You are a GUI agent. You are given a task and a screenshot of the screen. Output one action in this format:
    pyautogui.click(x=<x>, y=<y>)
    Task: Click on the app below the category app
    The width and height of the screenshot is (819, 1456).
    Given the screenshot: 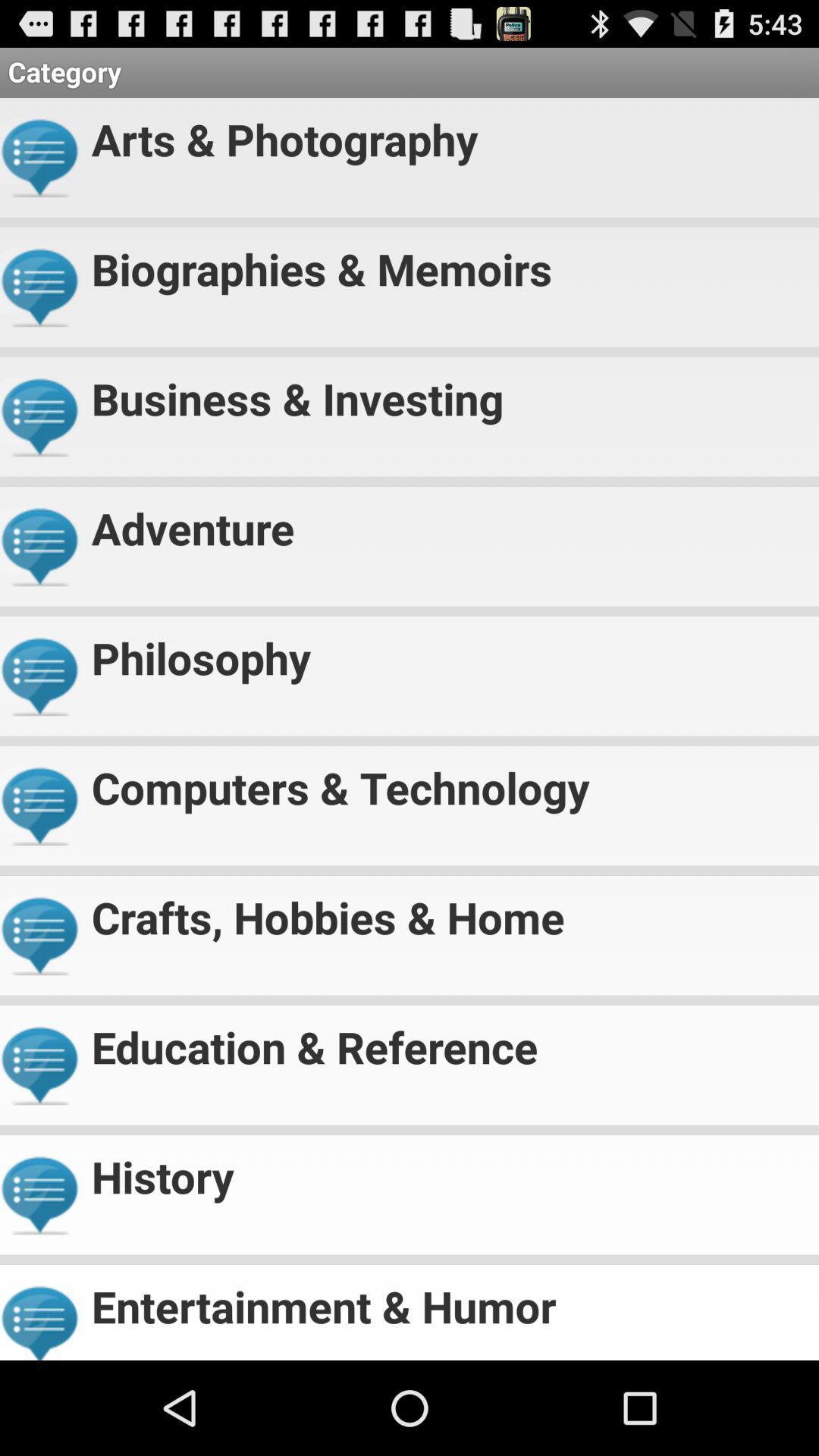 What is the action you would take?
    pyautogui.click(x=448, y=133)
    